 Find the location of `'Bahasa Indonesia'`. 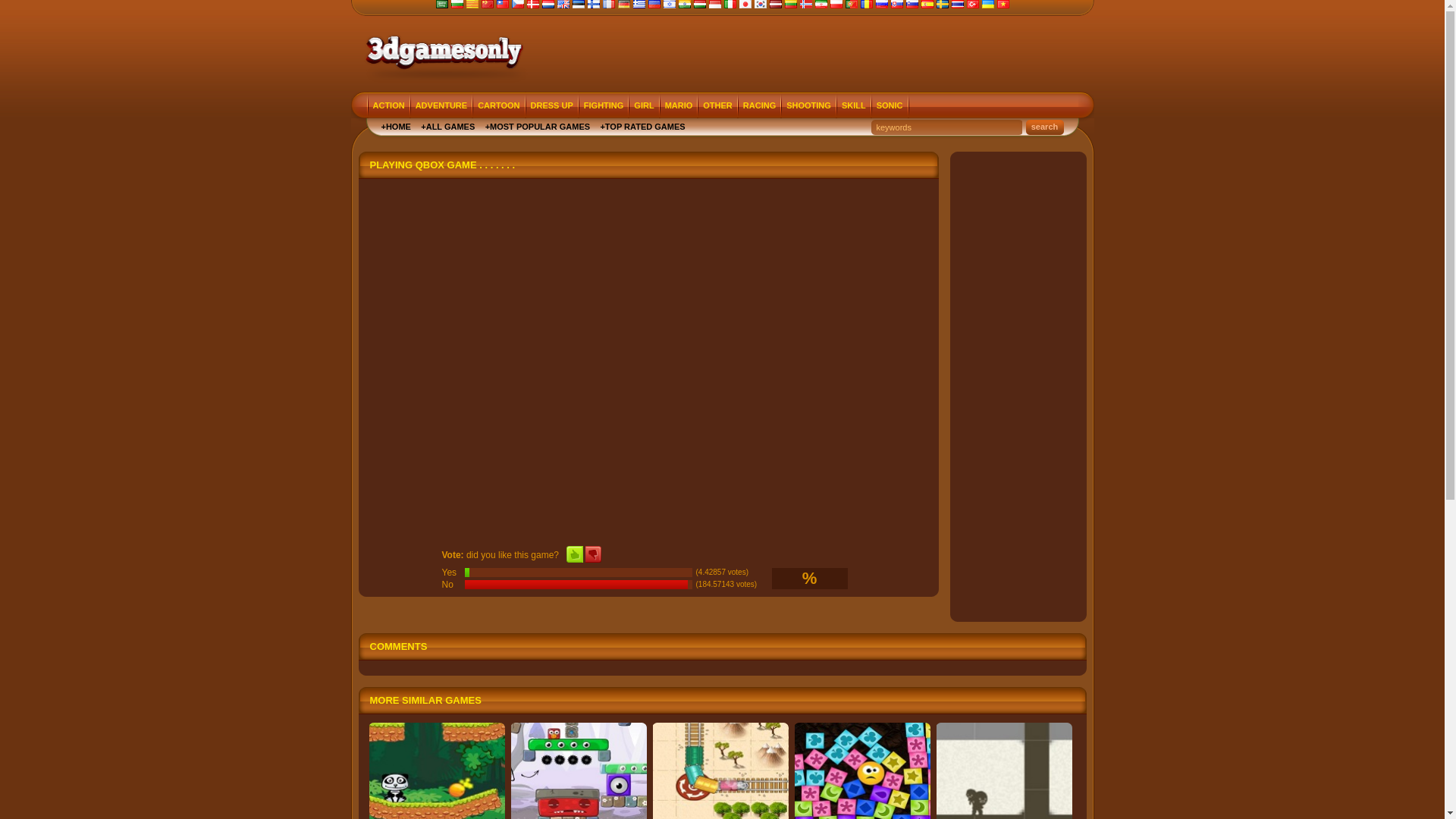

'Bahasa Indonesia' is located at coordinates (713, 5).